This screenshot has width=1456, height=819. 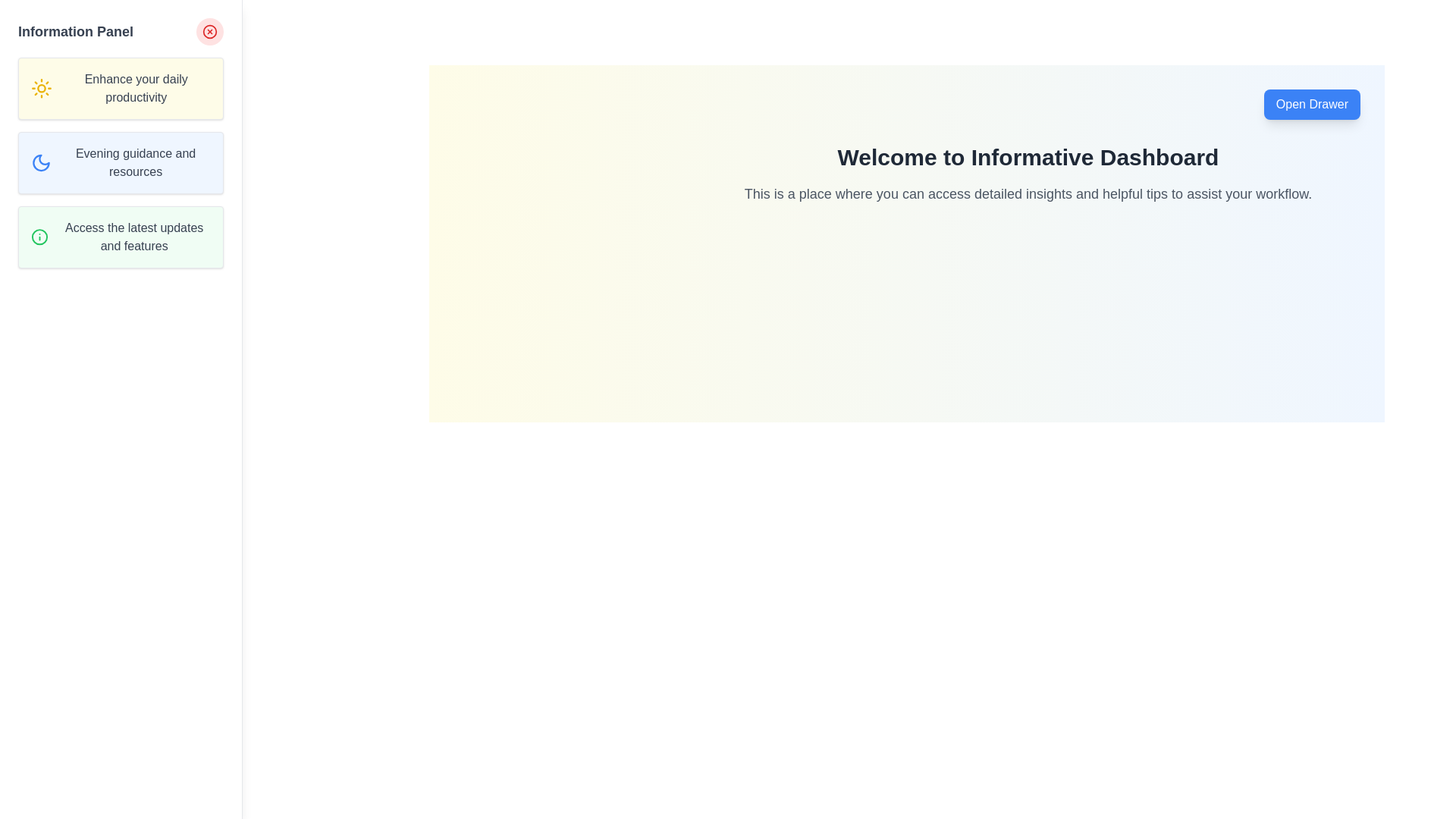 What do you see at coordinates (209, 32) in the screenshot?
I see `the main circular part of the button, which is a circular graphic element with a red border and white fill, located to the right of the heading 'Information Panel'` at bounding box center [209, 32].